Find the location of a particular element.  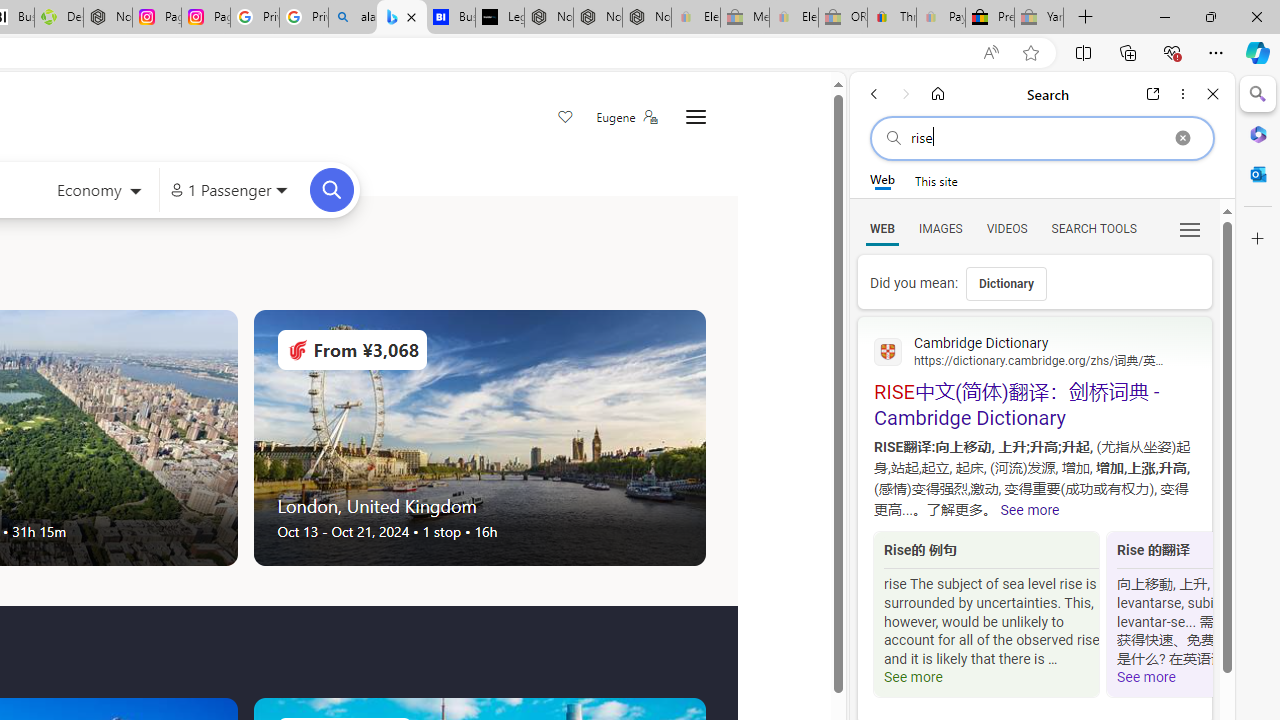

'Clear' is located at coordinates (1182, 137).